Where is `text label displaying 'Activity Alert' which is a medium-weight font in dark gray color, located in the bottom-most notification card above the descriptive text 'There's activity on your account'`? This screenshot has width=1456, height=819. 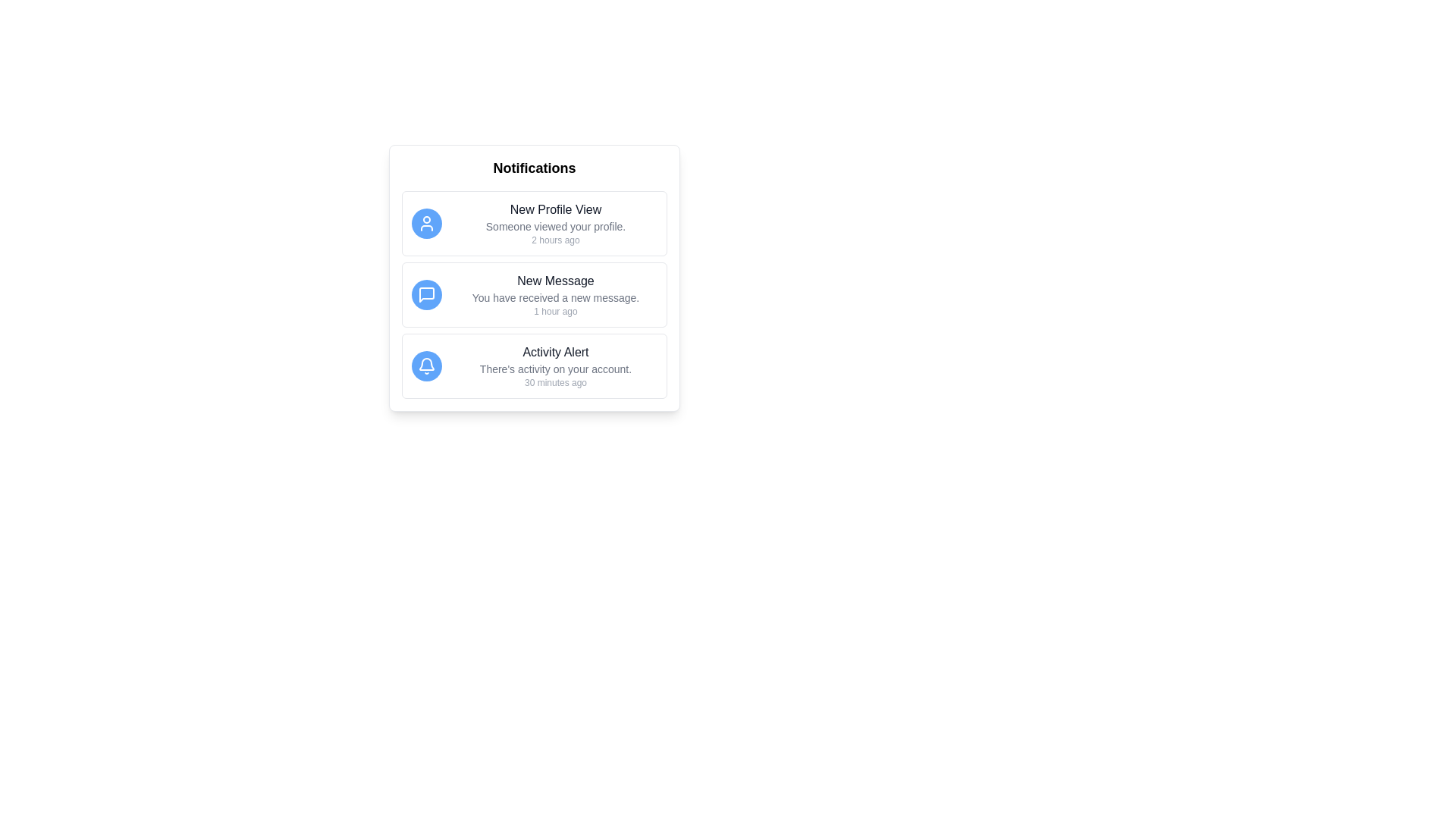 text label displaying 'Activity Alert' which is a medium-weight font in dark gray color, located in the bottom-most notification card above the descriptive text 'There's activity on your account' is located at coordinates (555, 353).